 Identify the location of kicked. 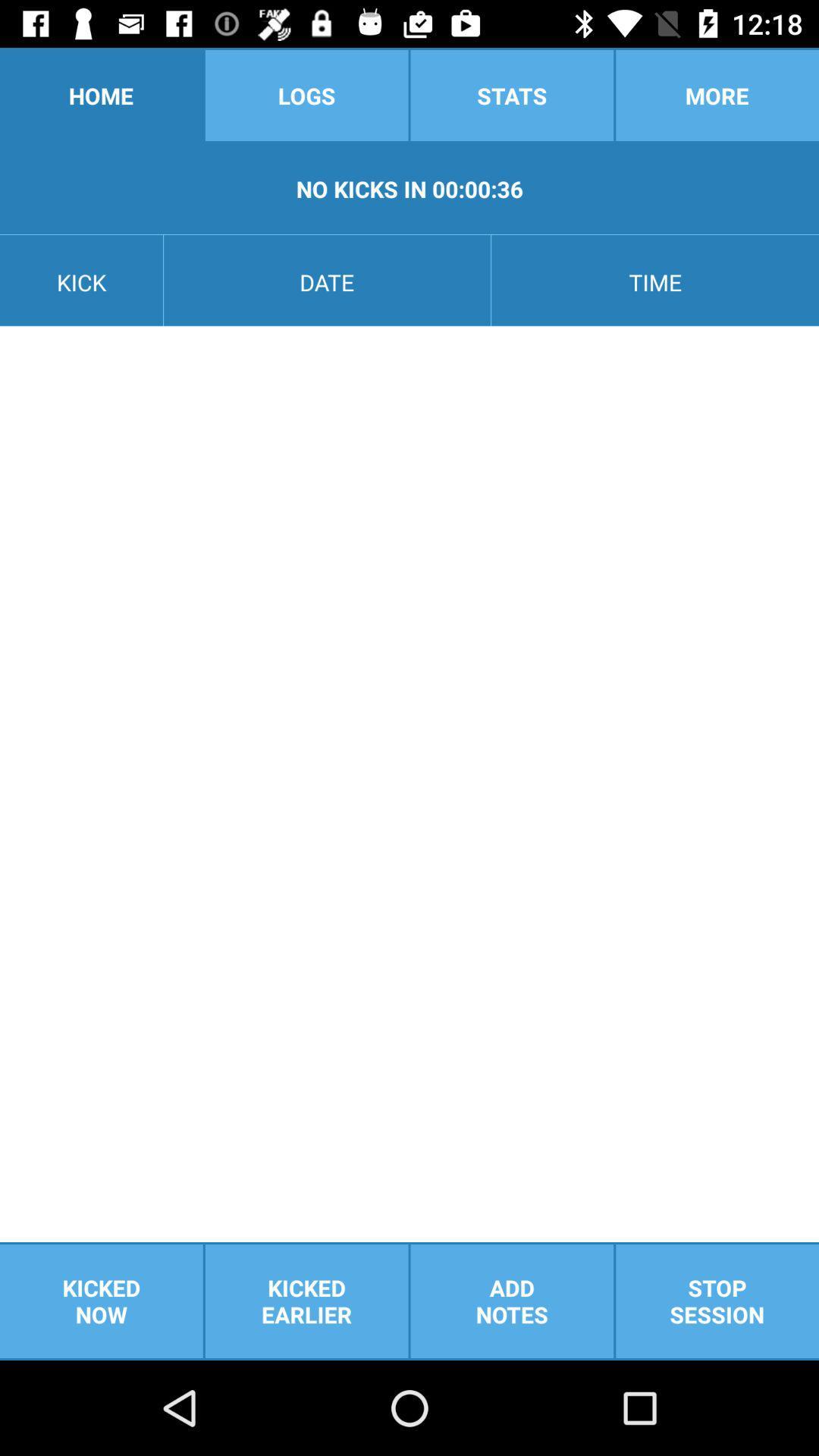
(306, 1301).